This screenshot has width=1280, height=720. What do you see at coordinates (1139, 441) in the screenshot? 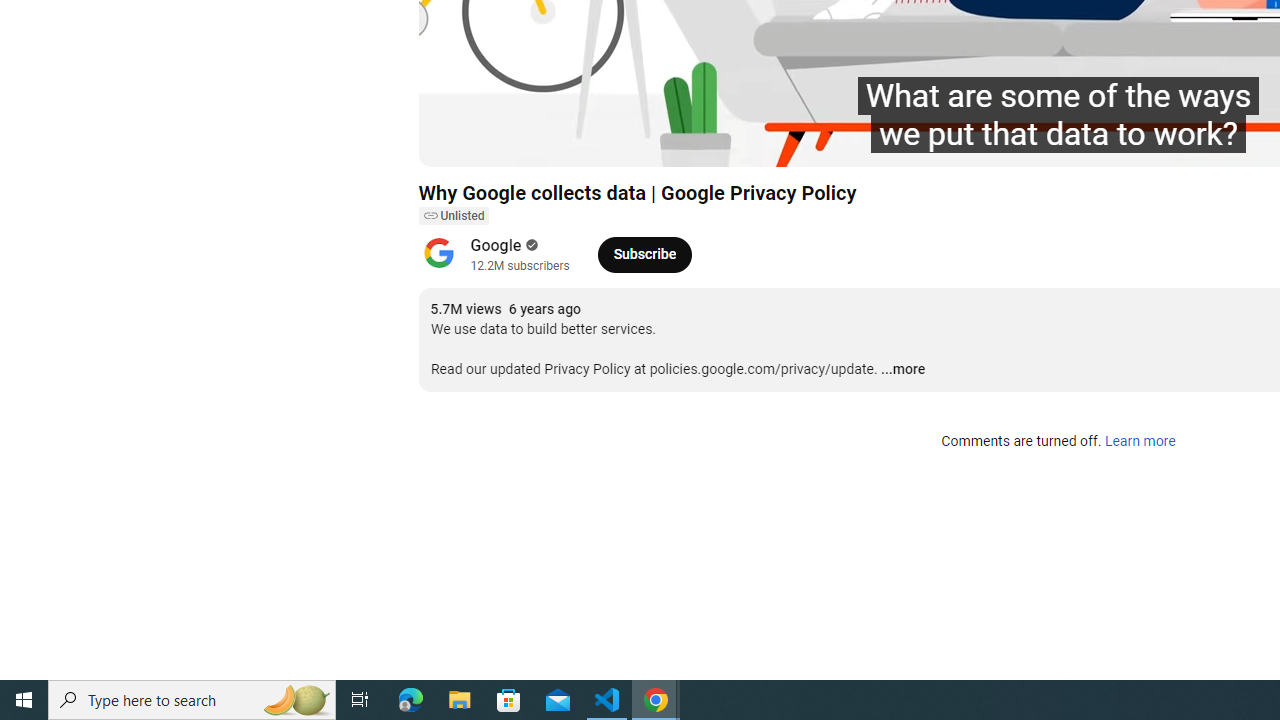
I see `'Learn more'` at bounding box center [1139, 441].